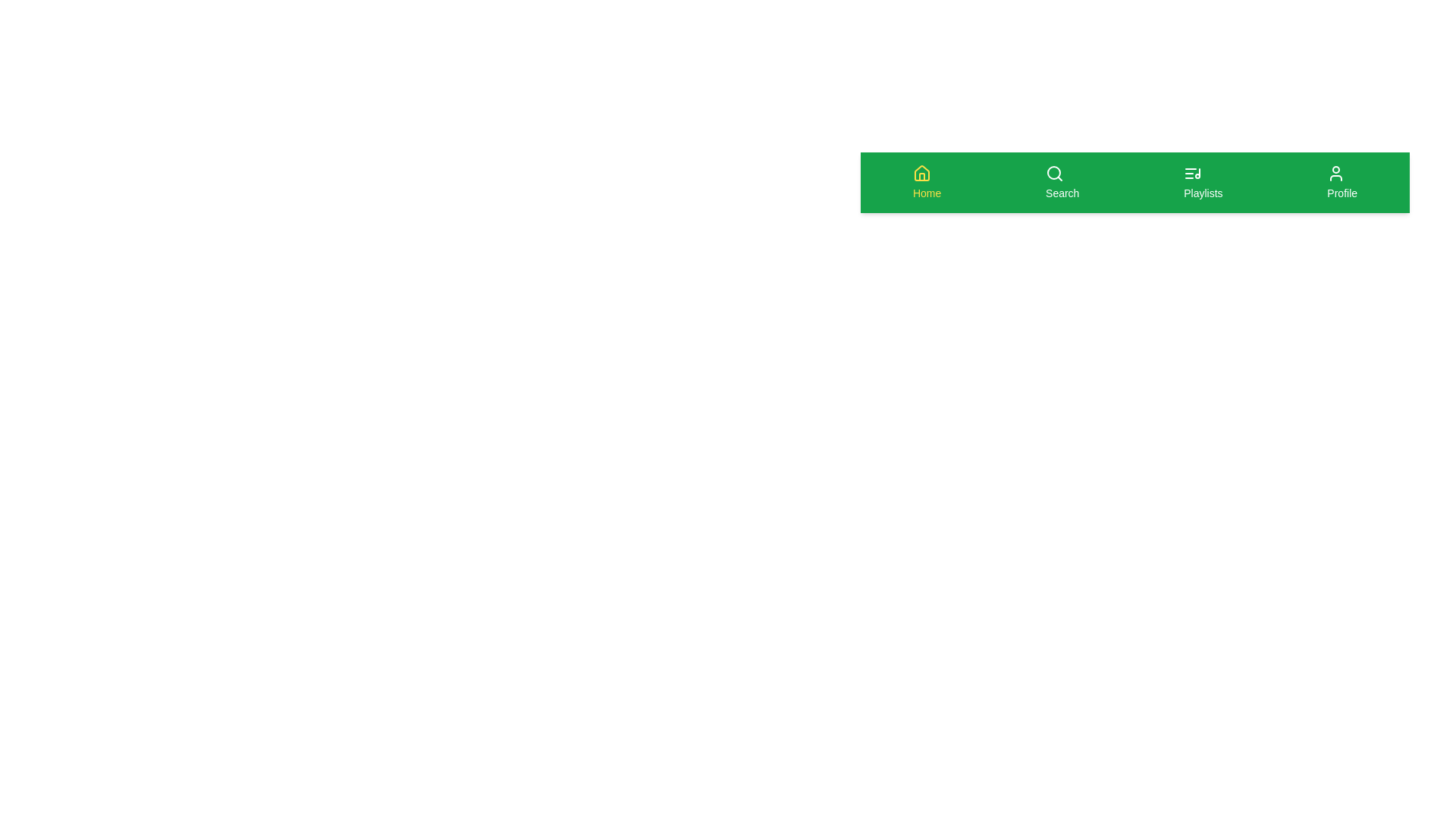 The image size is (1456, 819). I want to click on the 'Home' button in the bottom navigation bar, so click(926, 181).